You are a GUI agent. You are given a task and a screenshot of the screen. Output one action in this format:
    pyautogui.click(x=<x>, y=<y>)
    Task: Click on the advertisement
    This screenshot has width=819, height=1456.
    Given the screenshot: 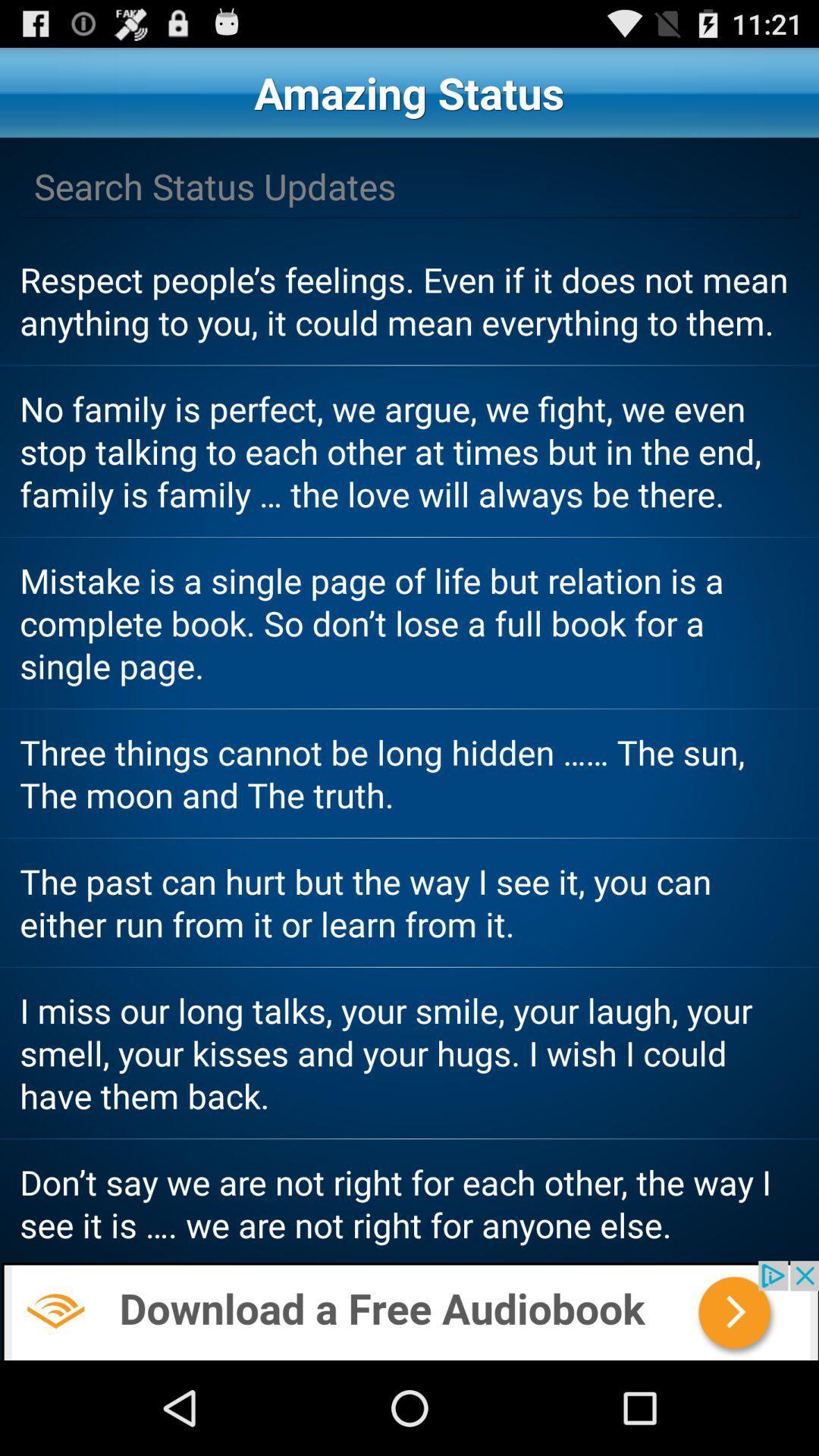 What is the action you would take?
    pyautogui.click(x=409, y=1310)
    